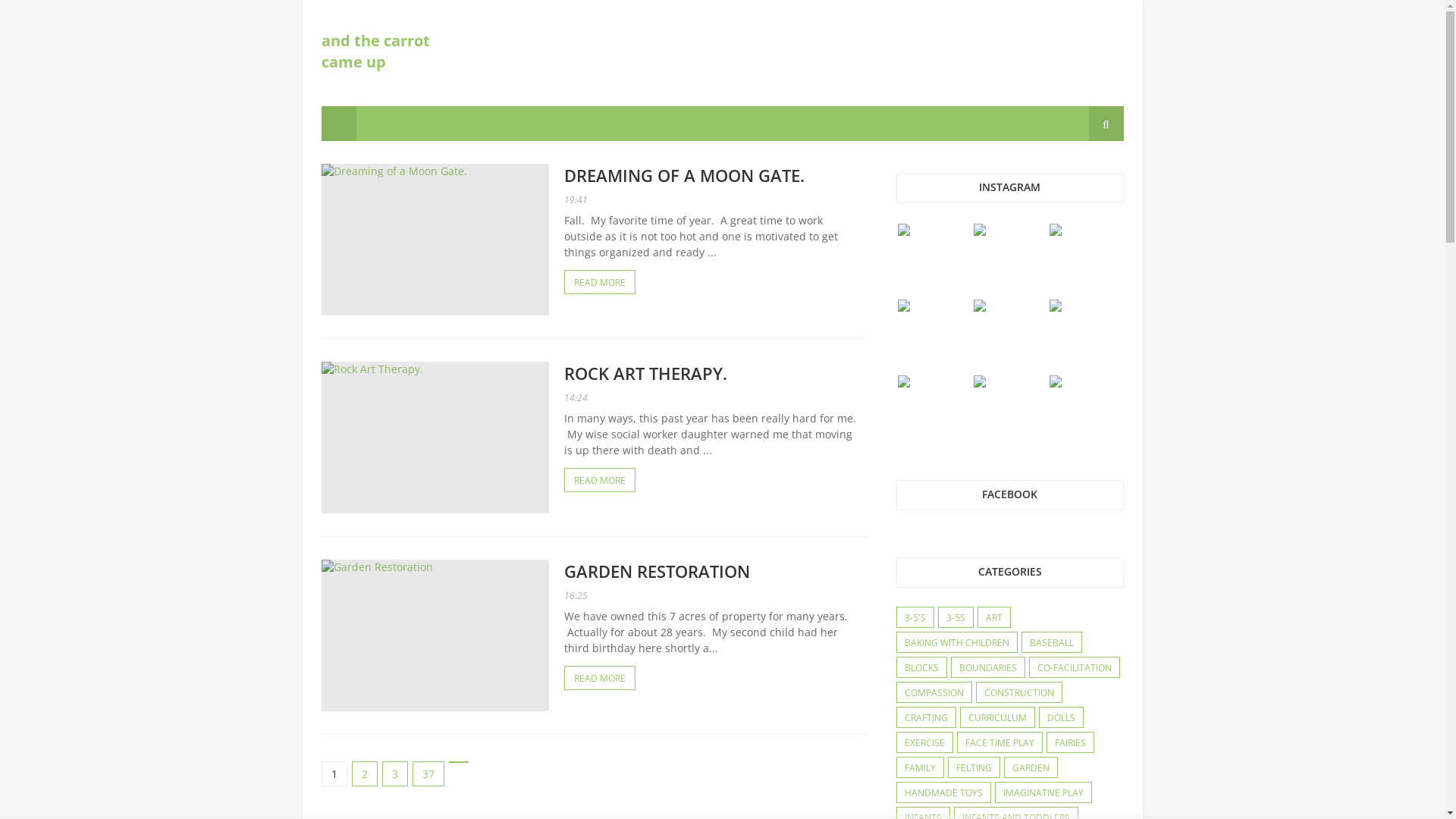 The height and width of the screenshot is (819, 1456). Describe the element at coordinates (375, 50) in the screenshot. I see `'and the carrot came up'` at that location.